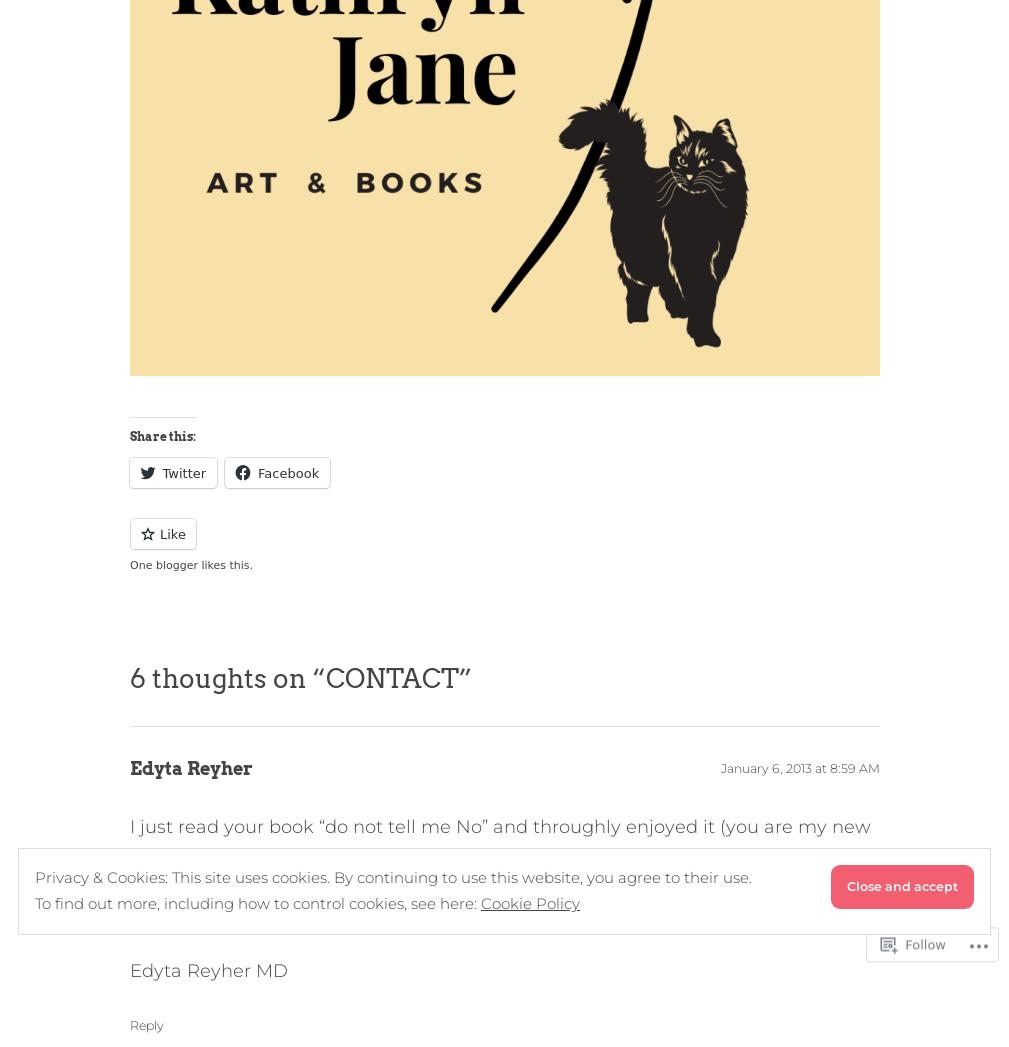 Image resolution: width=1009 pixels, height=1047 pixels. Describe the element at coordinates (161, 435) in the screenshot. I see `'Share this:'` at that location.